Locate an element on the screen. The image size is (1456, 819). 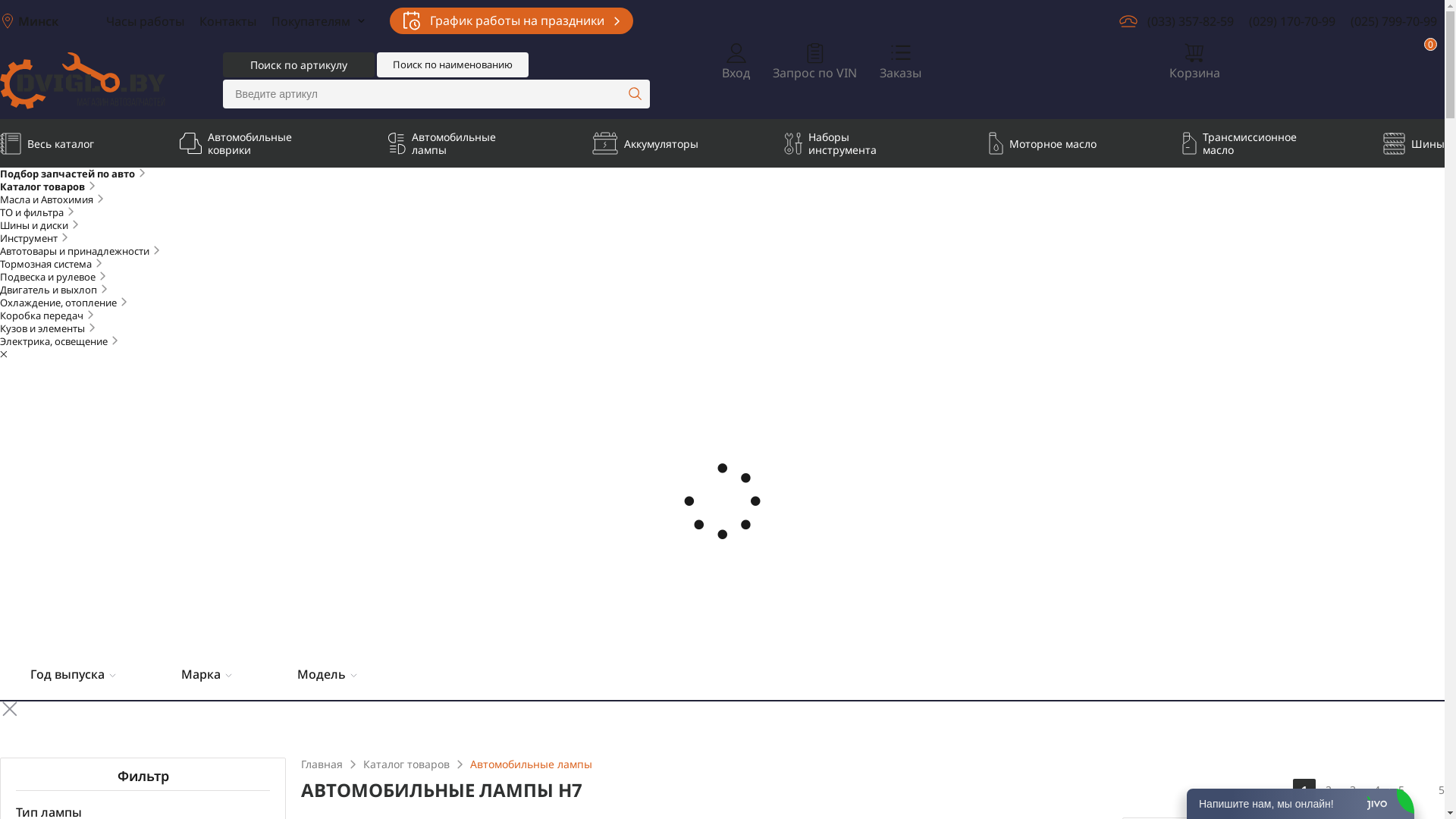
'(025) 799-70-99' is located at coordinates (1343, 20).